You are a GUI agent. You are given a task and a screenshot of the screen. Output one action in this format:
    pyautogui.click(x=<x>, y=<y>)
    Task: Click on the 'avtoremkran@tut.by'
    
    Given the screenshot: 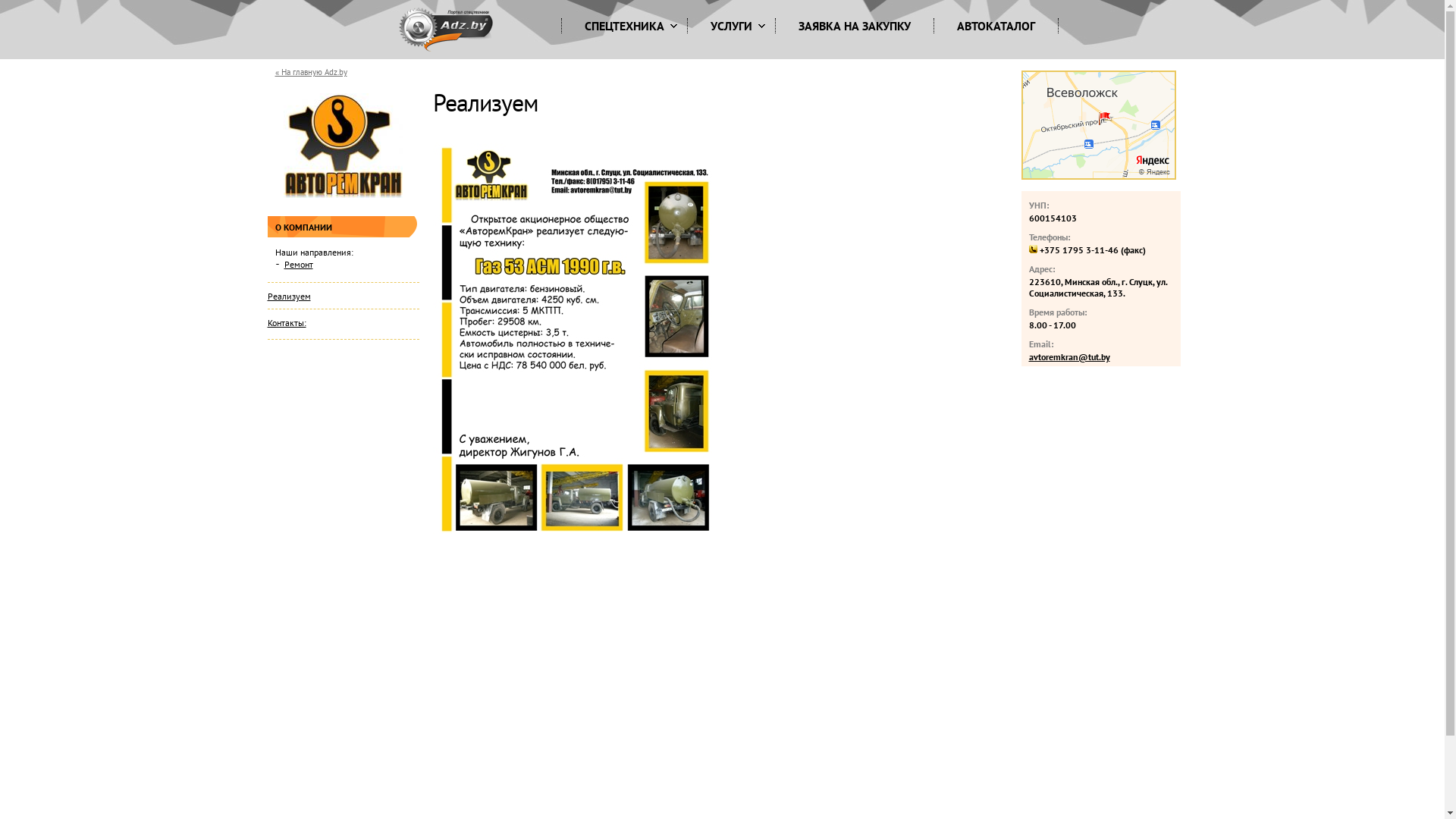 What is the action you would take?
    pyautogui.click(x=1068, y=356)
    